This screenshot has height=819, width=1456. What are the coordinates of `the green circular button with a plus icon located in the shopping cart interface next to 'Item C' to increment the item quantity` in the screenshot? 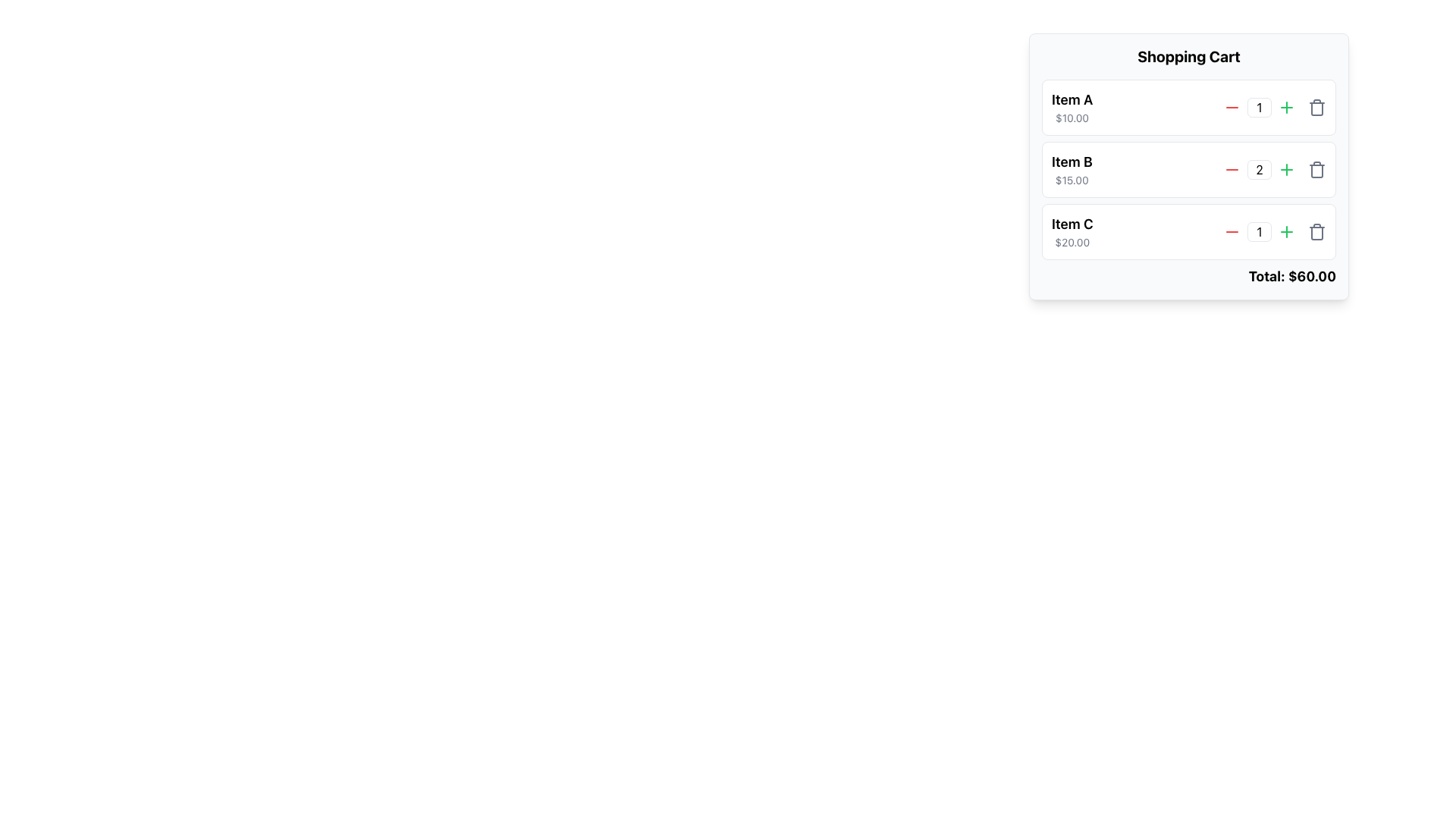 It's located at (1286, 231).